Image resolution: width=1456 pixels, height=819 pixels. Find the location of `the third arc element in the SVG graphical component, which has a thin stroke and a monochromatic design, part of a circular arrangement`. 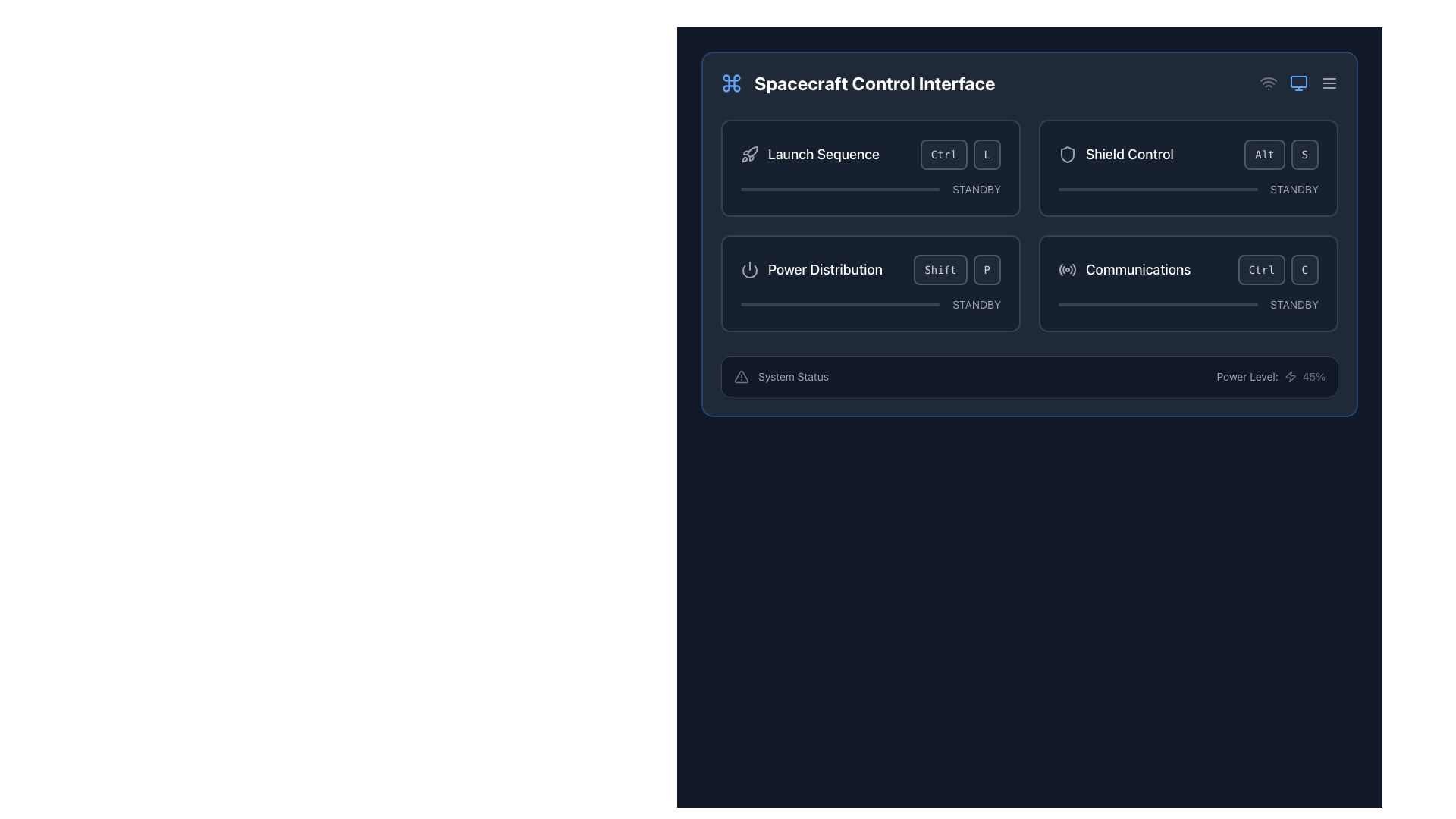

the third arc element in the SVG graphical component, which has a thin stroke and a monochromatic design, part of a circular arrangement is located at coordinates (1071, 269).